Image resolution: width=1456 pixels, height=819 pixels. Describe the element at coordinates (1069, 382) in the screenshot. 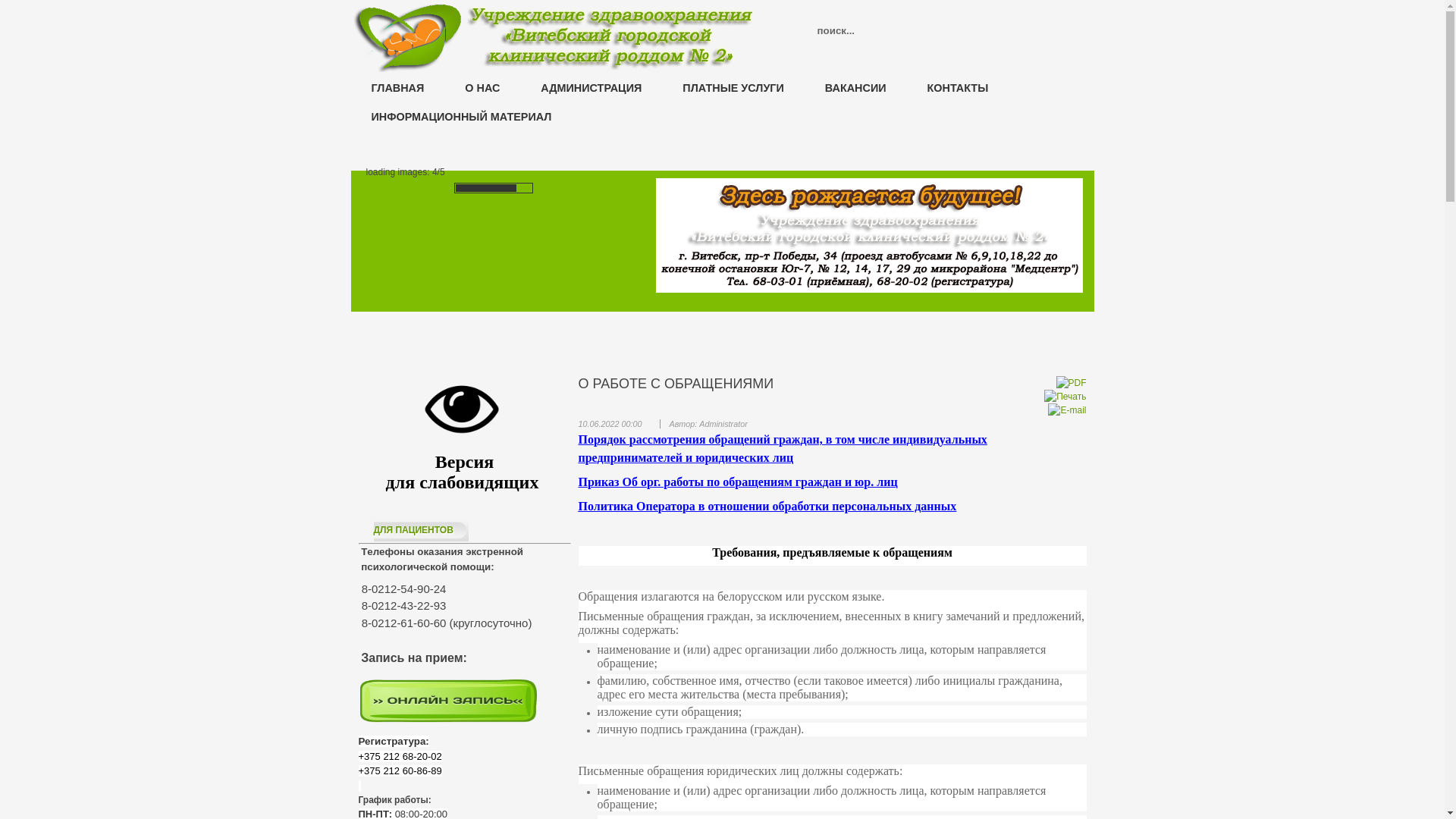

I see `'PDF'` at that location.